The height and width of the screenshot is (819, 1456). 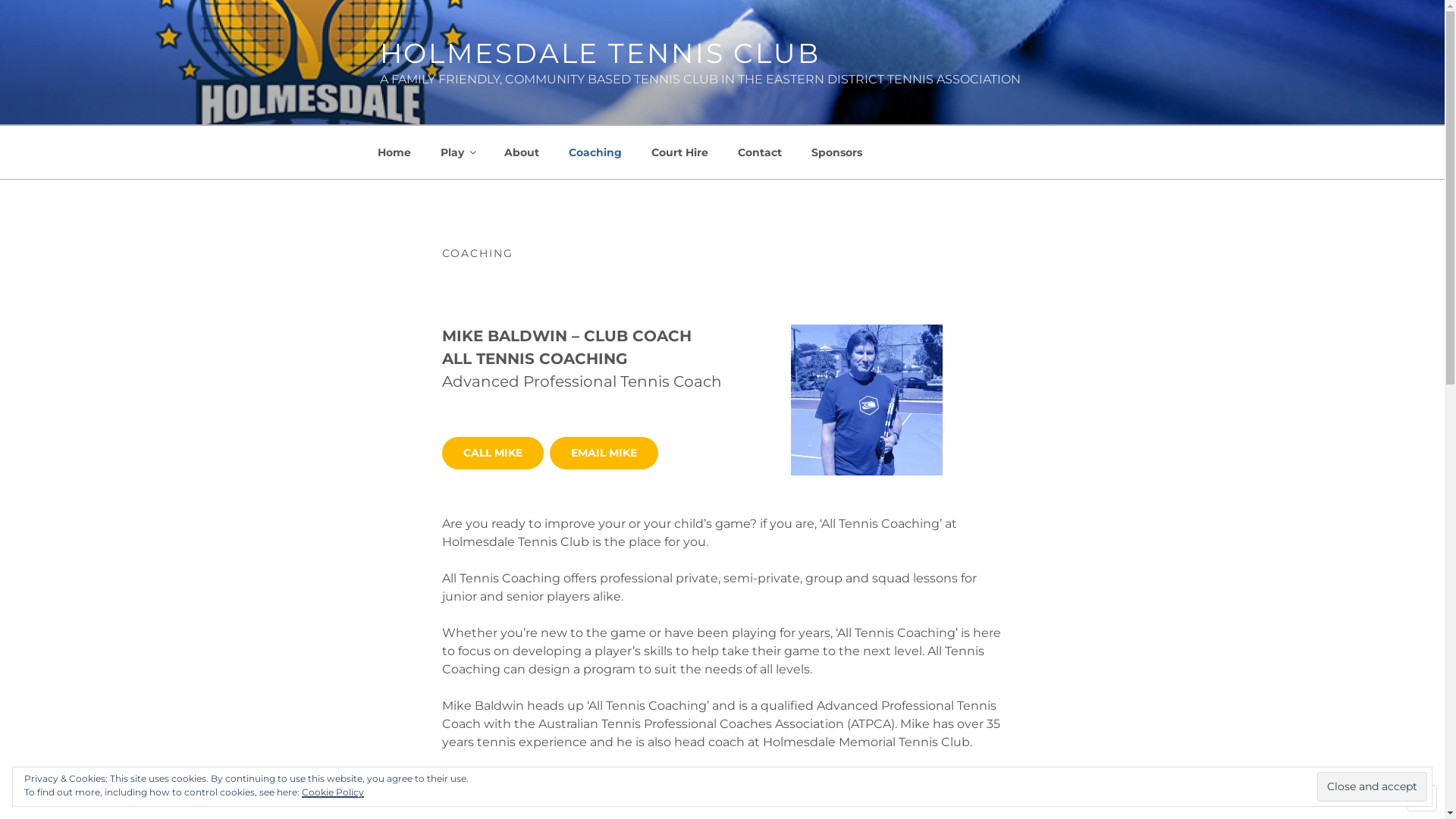 What do you see at coordinates (457, 152) in the screenshot?
I see `'Play'` at bounding box center [457, 152].